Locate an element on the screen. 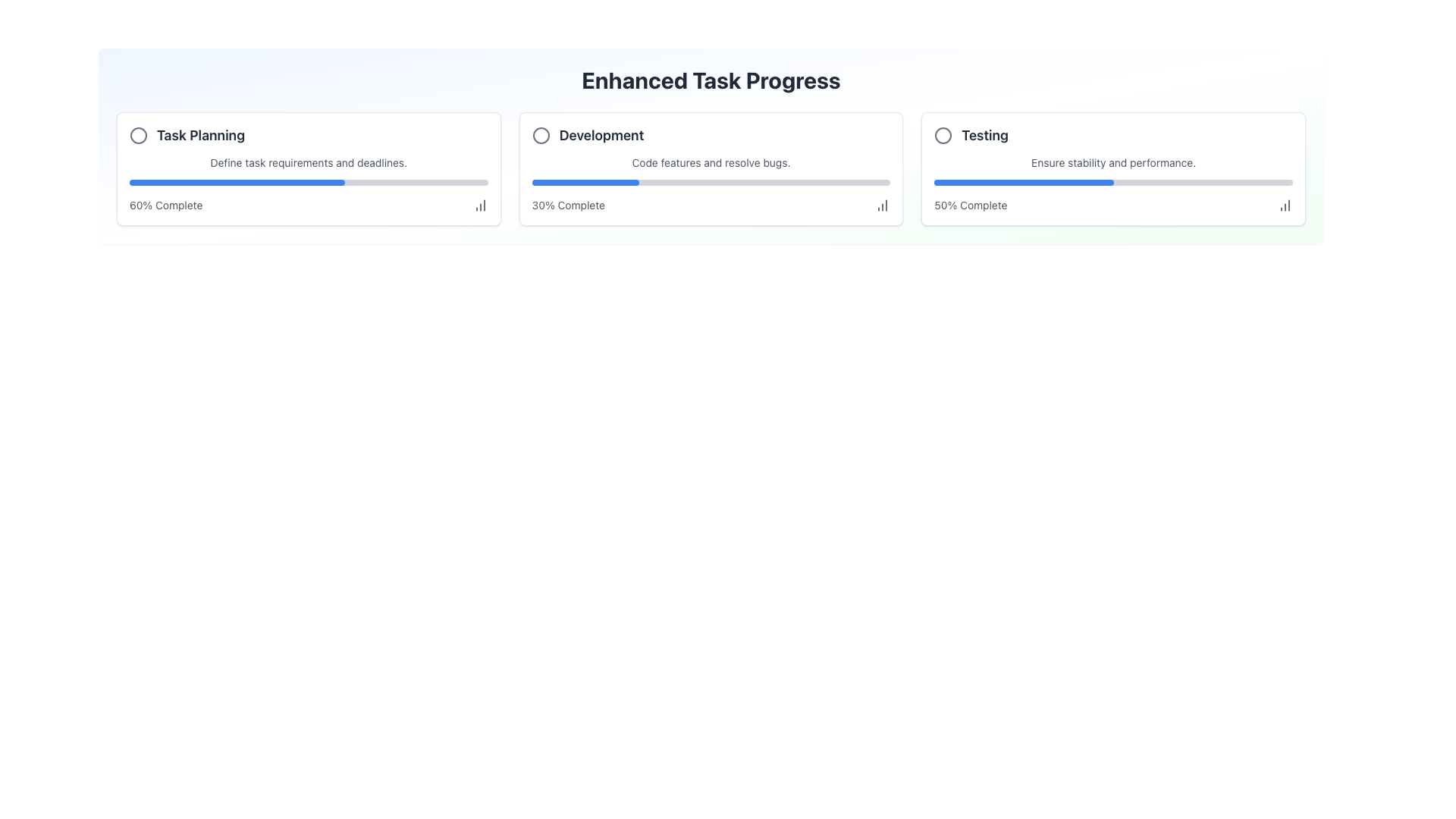 The height and width of the screenshot is (819, 1456). the informational label displaying '50% Complete' with a graphical icon of ascending bars located in the bottom right corner of the 'Testing' card is located at coordinates (1113, 205).